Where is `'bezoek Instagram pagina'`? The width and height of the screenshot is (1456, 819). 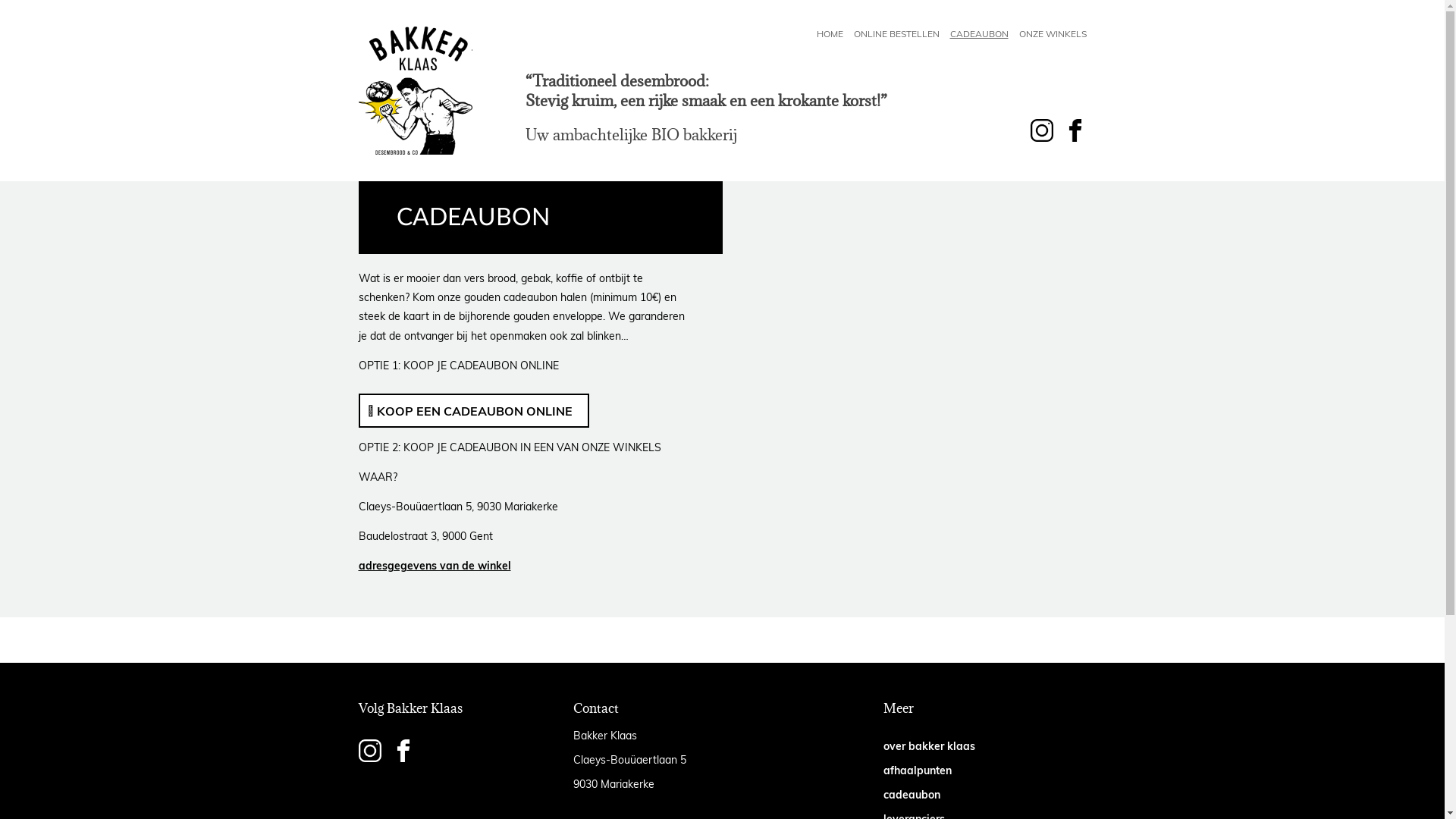 'bezoek Instagram pagina' is located at coordinates (356, 752).